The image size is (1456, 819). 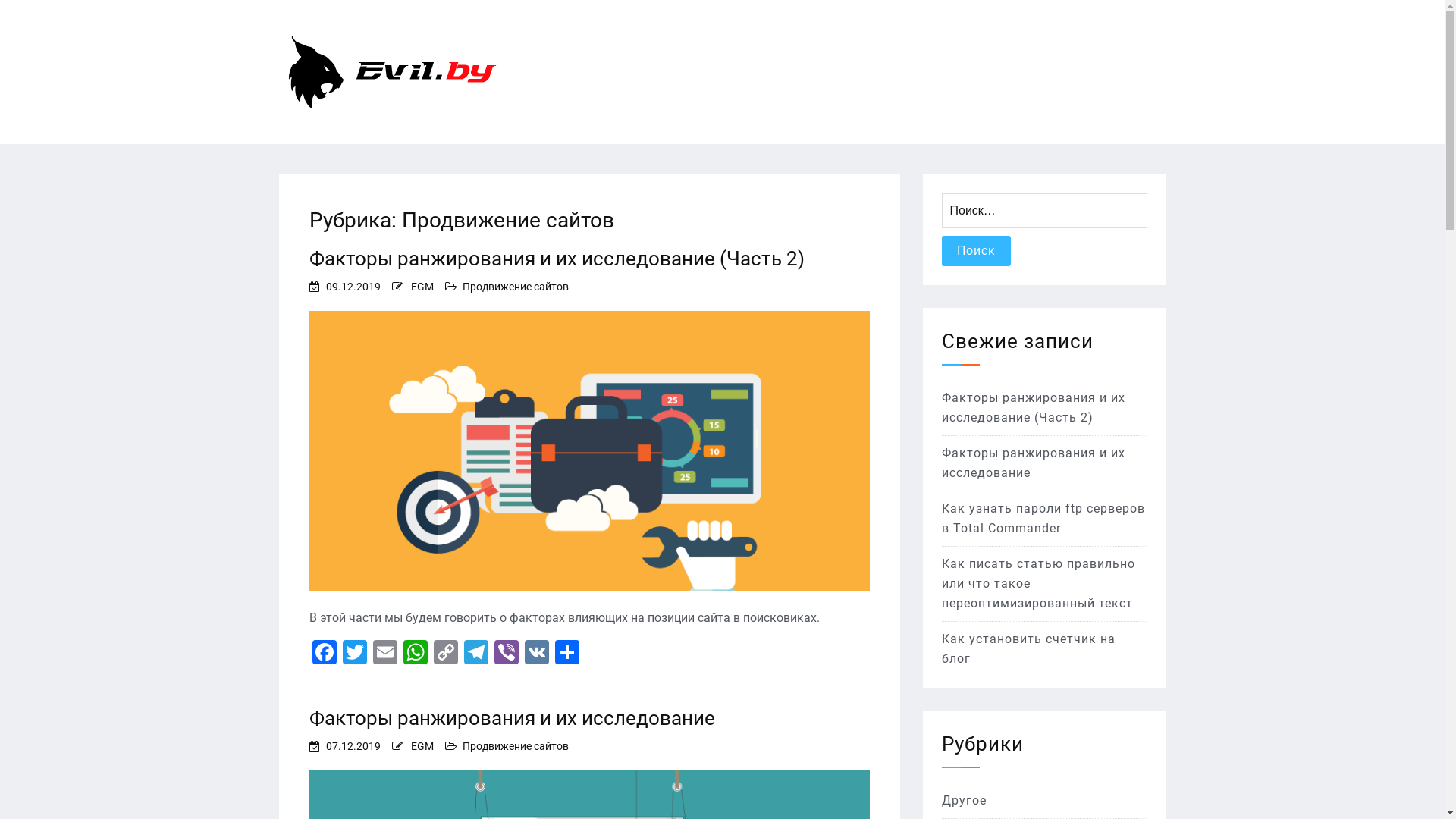 What do you see at coordinates (422, 745) in the screenshot?
I see `'EGM'` at bounding box center [422, 745].